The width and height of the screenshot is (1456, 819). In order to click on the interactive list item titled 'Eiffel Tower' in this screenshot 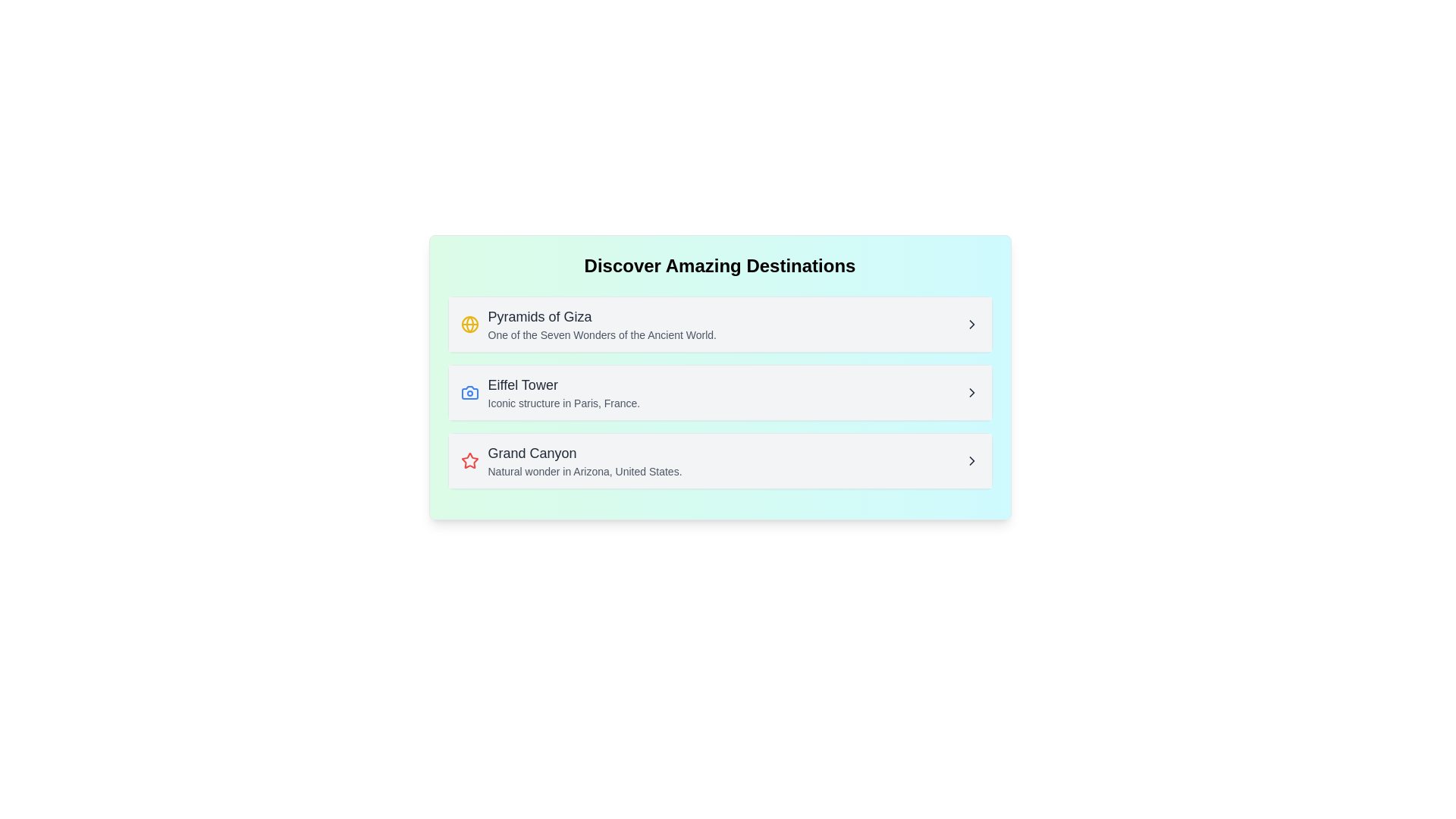, I will do `click(719, 376)`.